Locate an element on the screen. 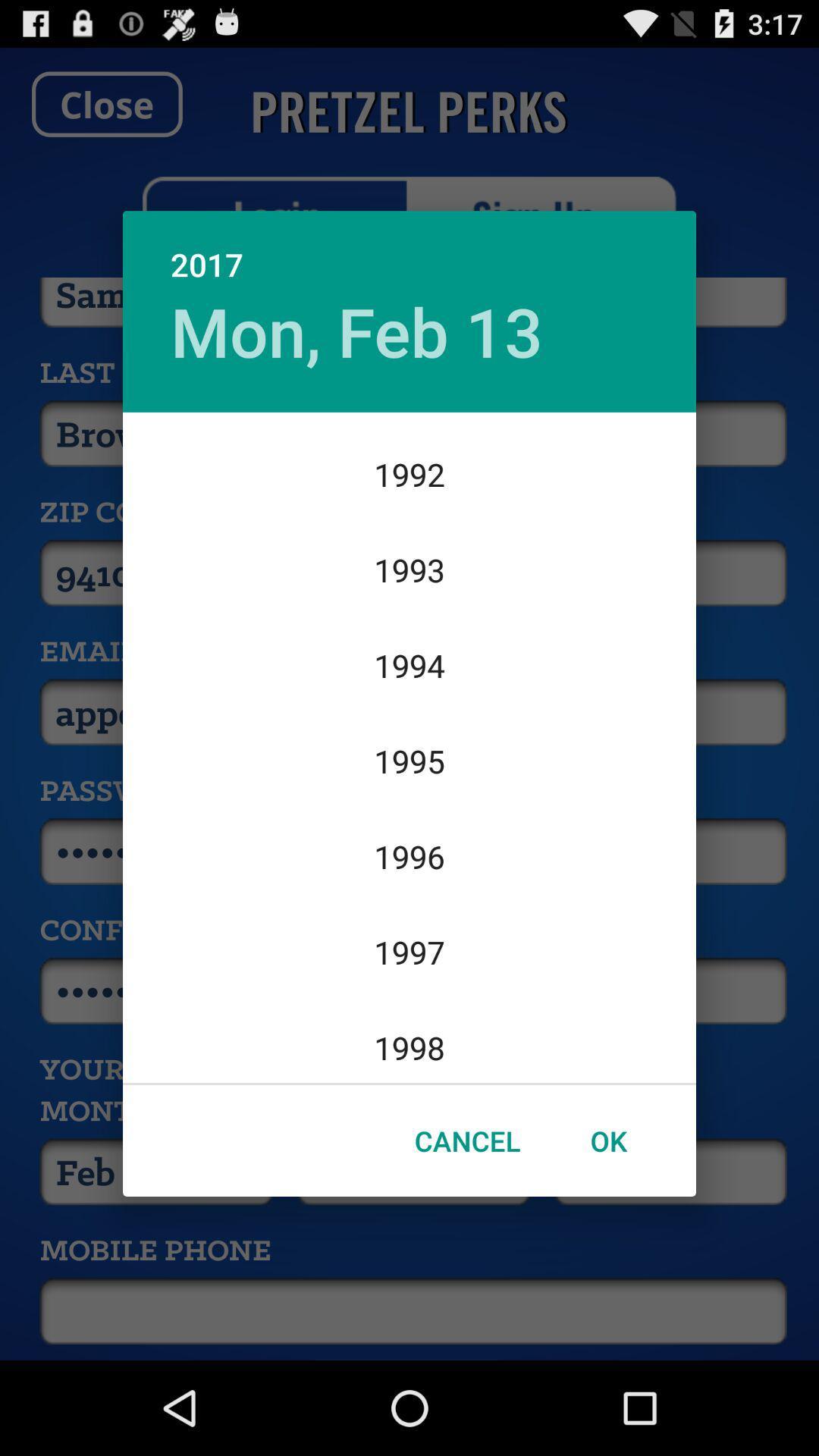 The width and height of the screenshot is (819, 1456). the ok icon is located at coordinates (607, 1141).